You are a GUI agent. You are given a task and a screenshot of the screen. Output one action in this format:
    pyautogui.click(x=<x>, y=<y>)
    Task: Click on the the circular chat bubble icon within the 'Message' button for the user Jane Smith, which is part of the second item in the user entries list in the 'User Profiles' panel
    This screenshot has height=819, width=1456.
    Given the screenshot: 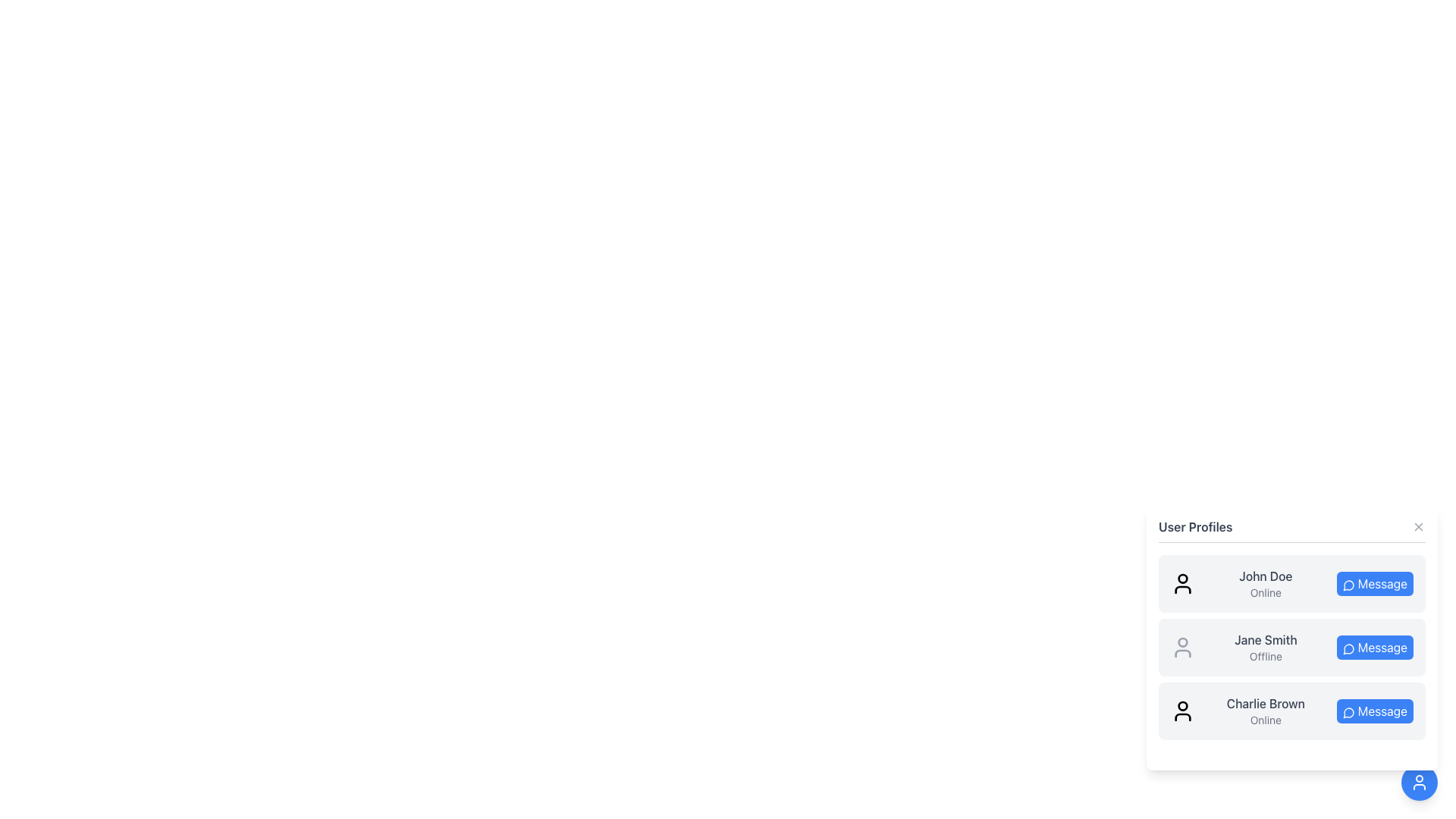 What is the action you would take?
    pyautogui.click(x=1348, y=648)
    